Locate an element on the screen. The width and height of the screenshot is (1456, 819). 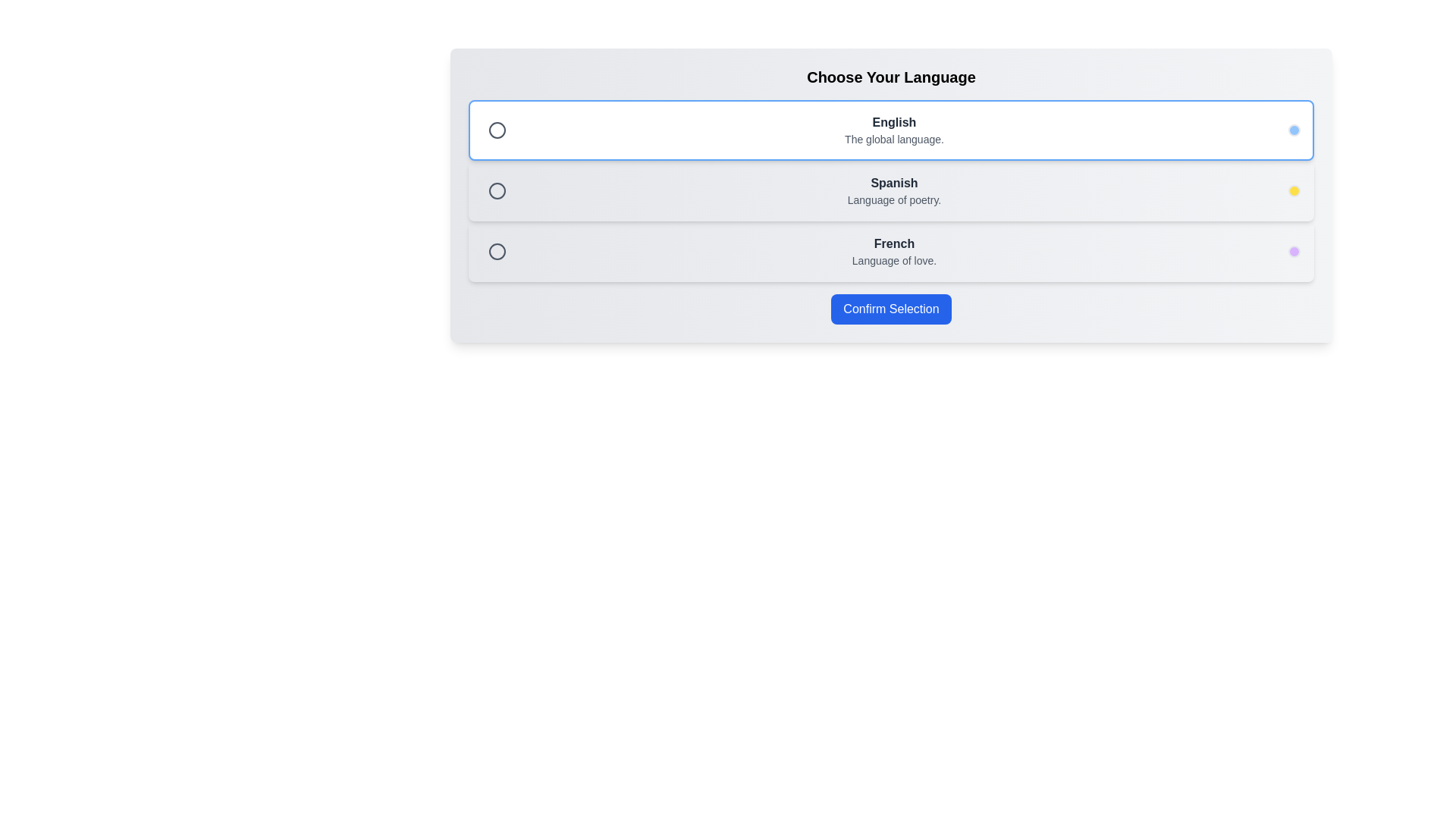
the circular icon with a dark gray border located next to the text 'French' is located at coordinates (497, 250).